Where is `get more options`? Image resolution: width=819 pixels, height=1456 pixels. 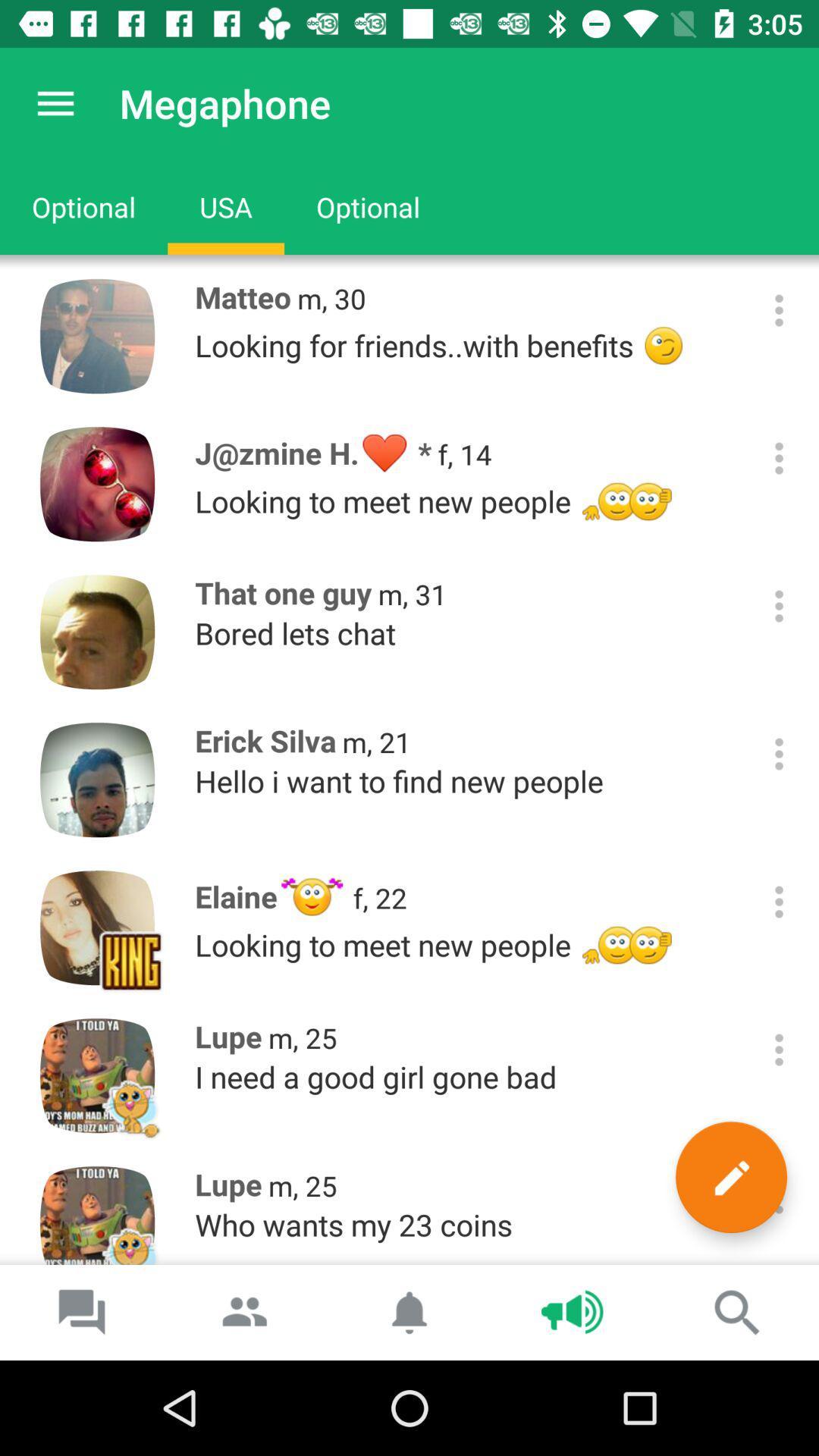 get more options is located at coordinates (779, 605).